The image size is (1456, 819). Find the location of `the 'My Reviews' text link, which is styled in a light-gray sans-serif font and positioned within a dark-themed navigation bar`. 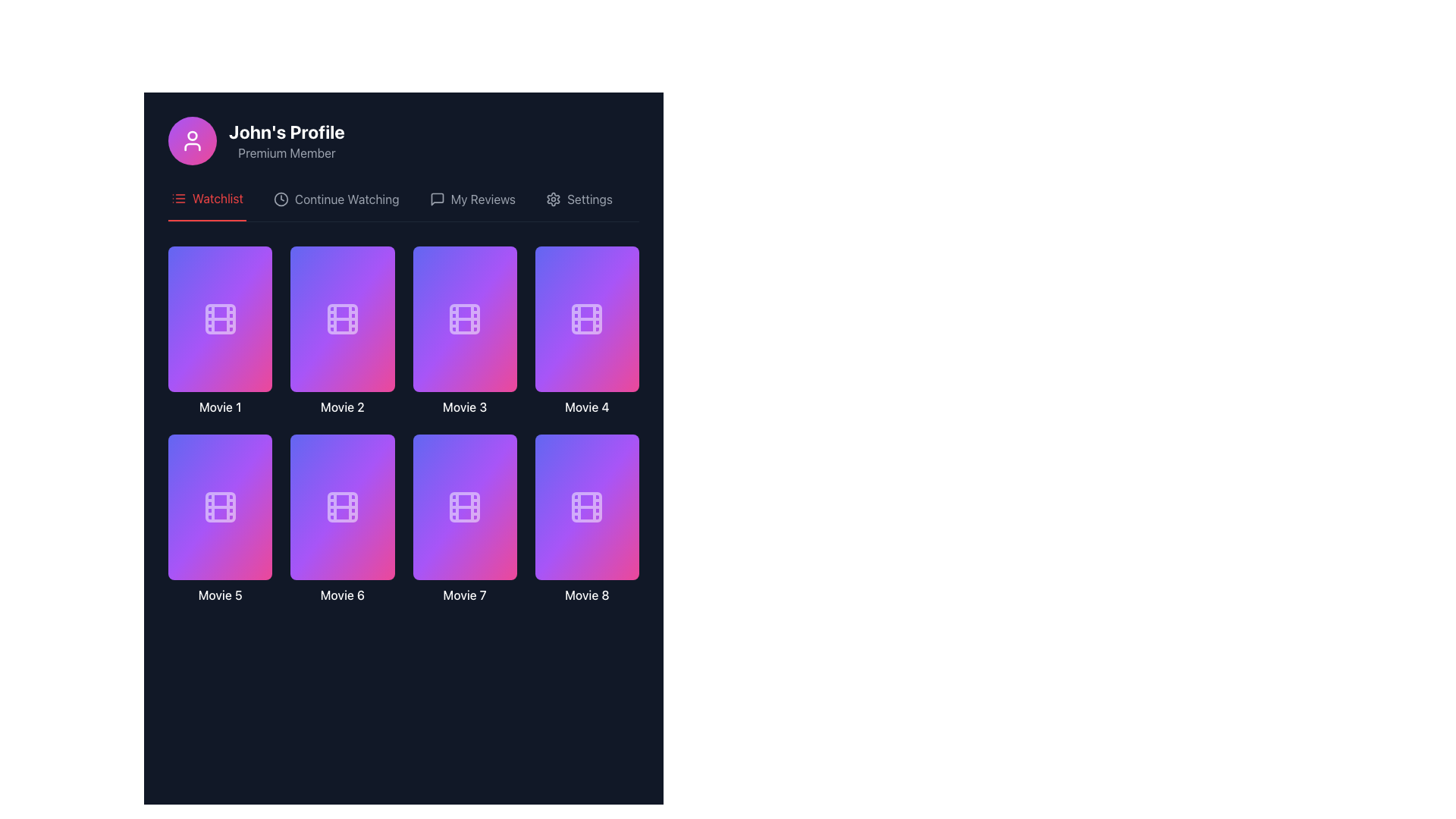

the 'My Reviews' text link, which is styled in a light-gray sans-serif font and positioned within a dark-themed navigation bar is located at coordinates (482, 198).